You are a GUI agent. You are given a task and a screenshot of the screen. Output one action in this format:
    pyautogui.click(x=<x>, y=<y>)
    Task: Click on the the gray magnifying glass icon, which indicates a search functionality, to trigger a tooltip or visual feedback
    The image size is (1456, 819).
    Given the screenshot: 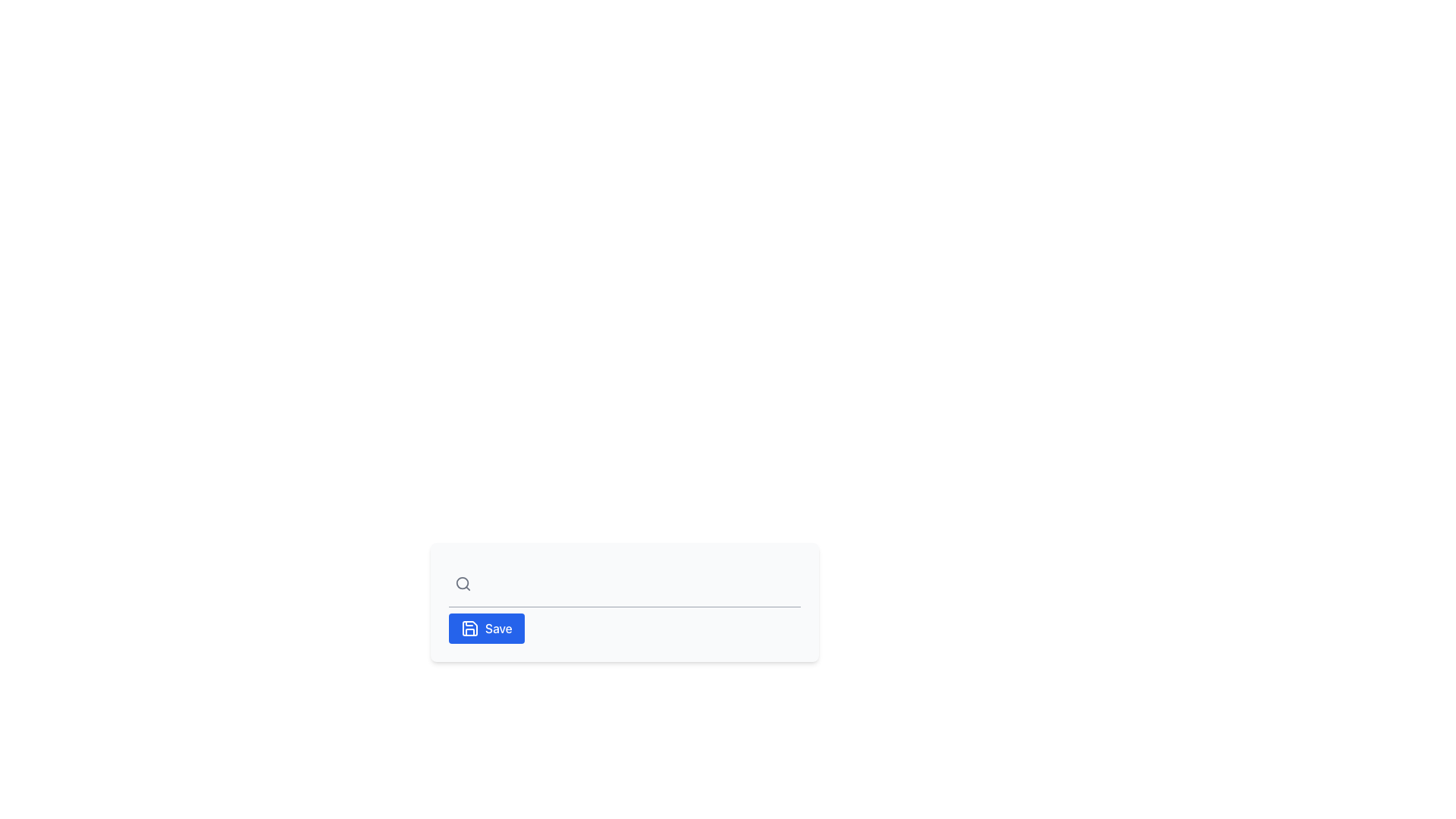 What is the action you would take?
    pyautogui.click(x=462, y=583)
    